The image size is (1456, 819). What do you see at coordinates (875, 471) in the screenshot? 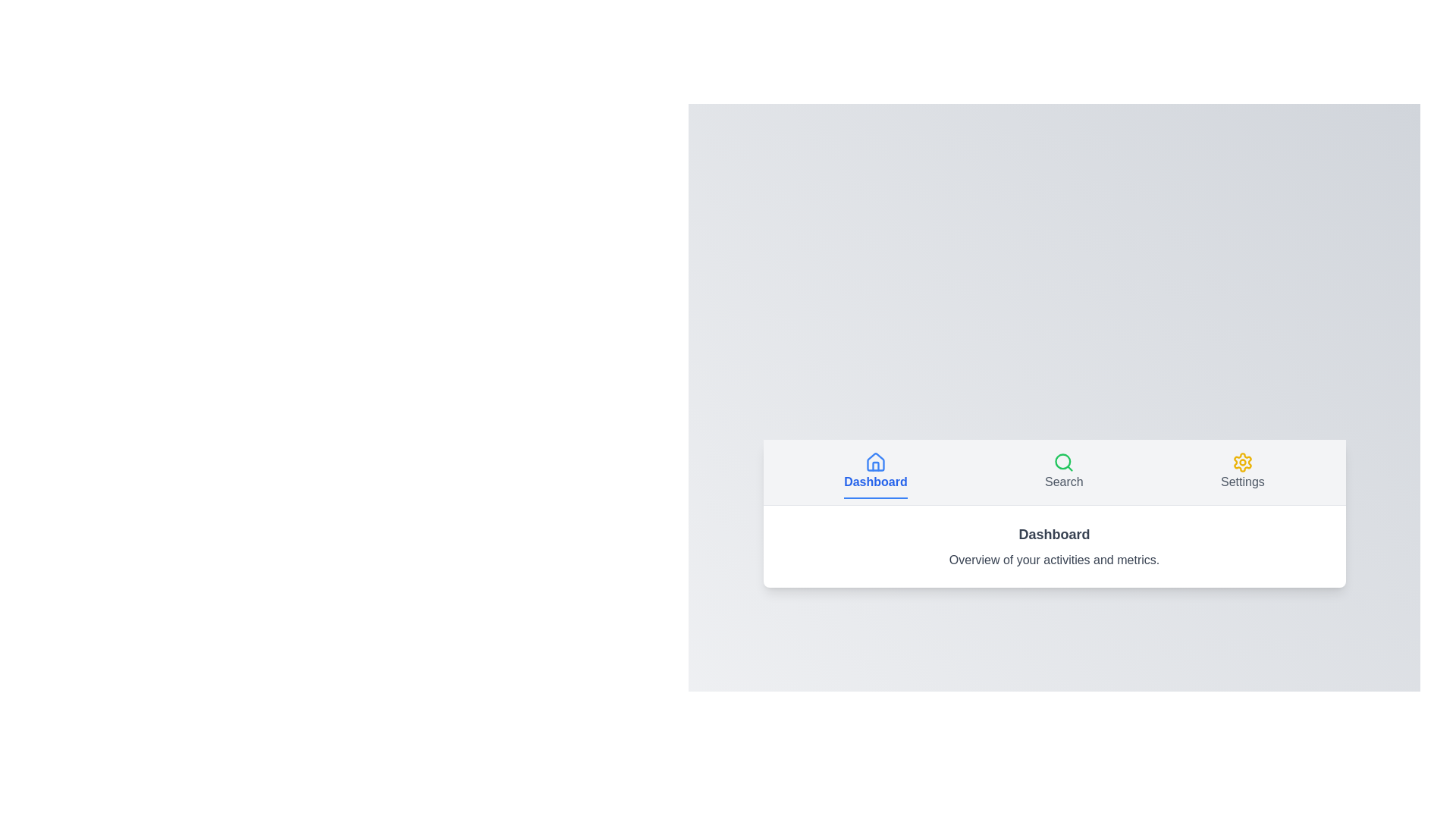
I see `the Dashboard tab by clicking on its button` at bounding box center [875, 471].